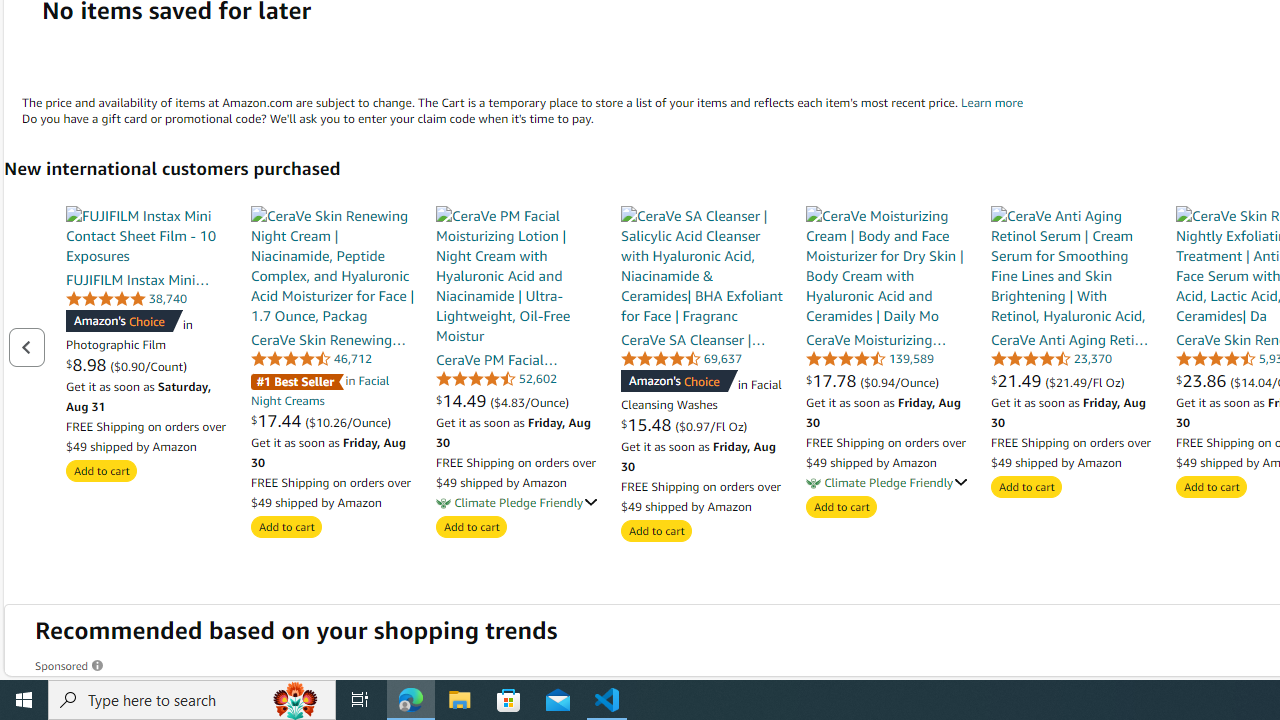 The height and width of the screenshot is (720, 1280). What do you see at coordinates (898, 381) in the screenshot?
I see `'($0.94/Ounce)'` at bounding box center [898, 381].